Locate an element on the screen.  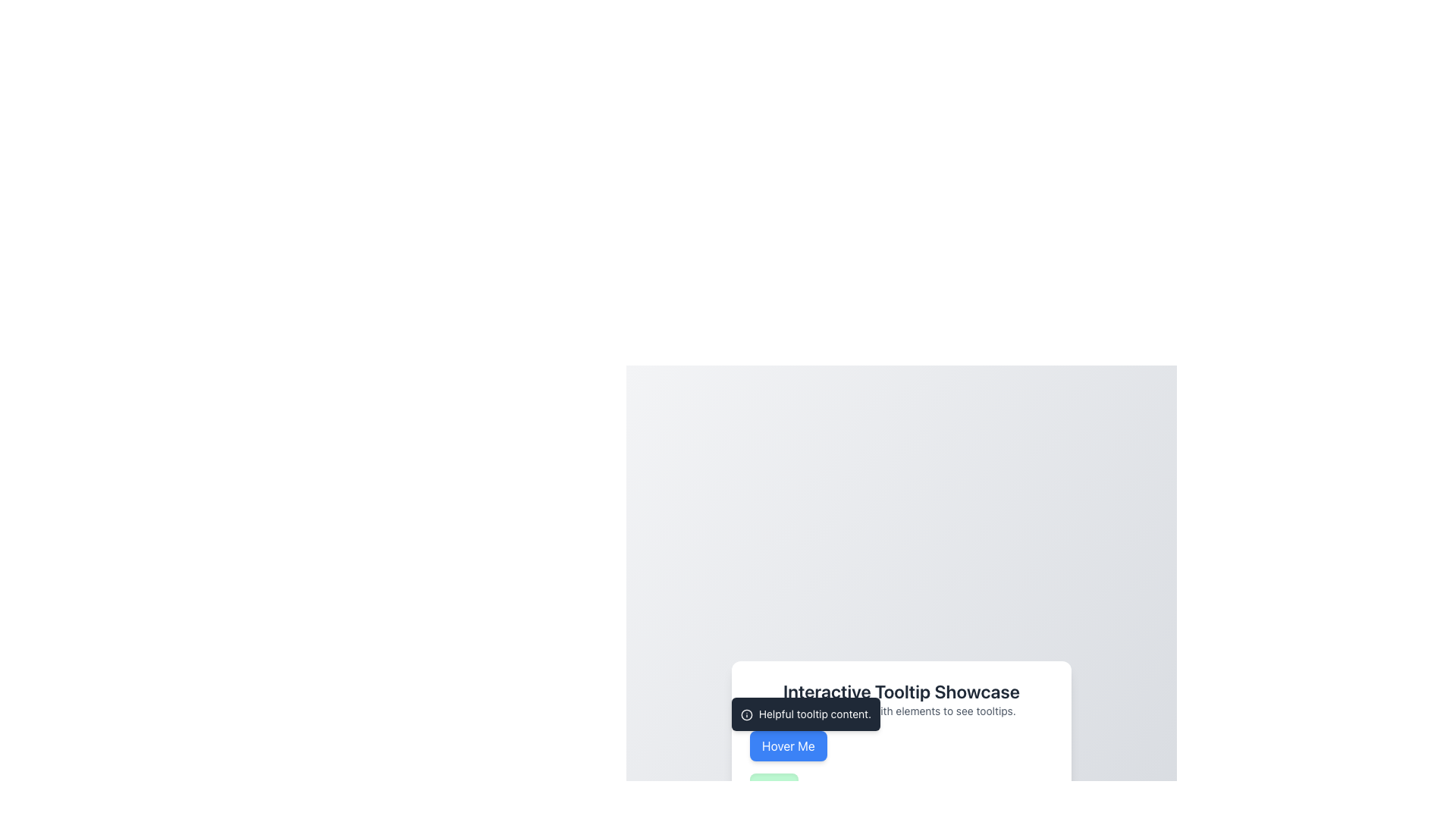
the heading text 'Interactive Tooltip Showcase' for reading by moving the cursor to its center point is located at coordinates (902, 691).